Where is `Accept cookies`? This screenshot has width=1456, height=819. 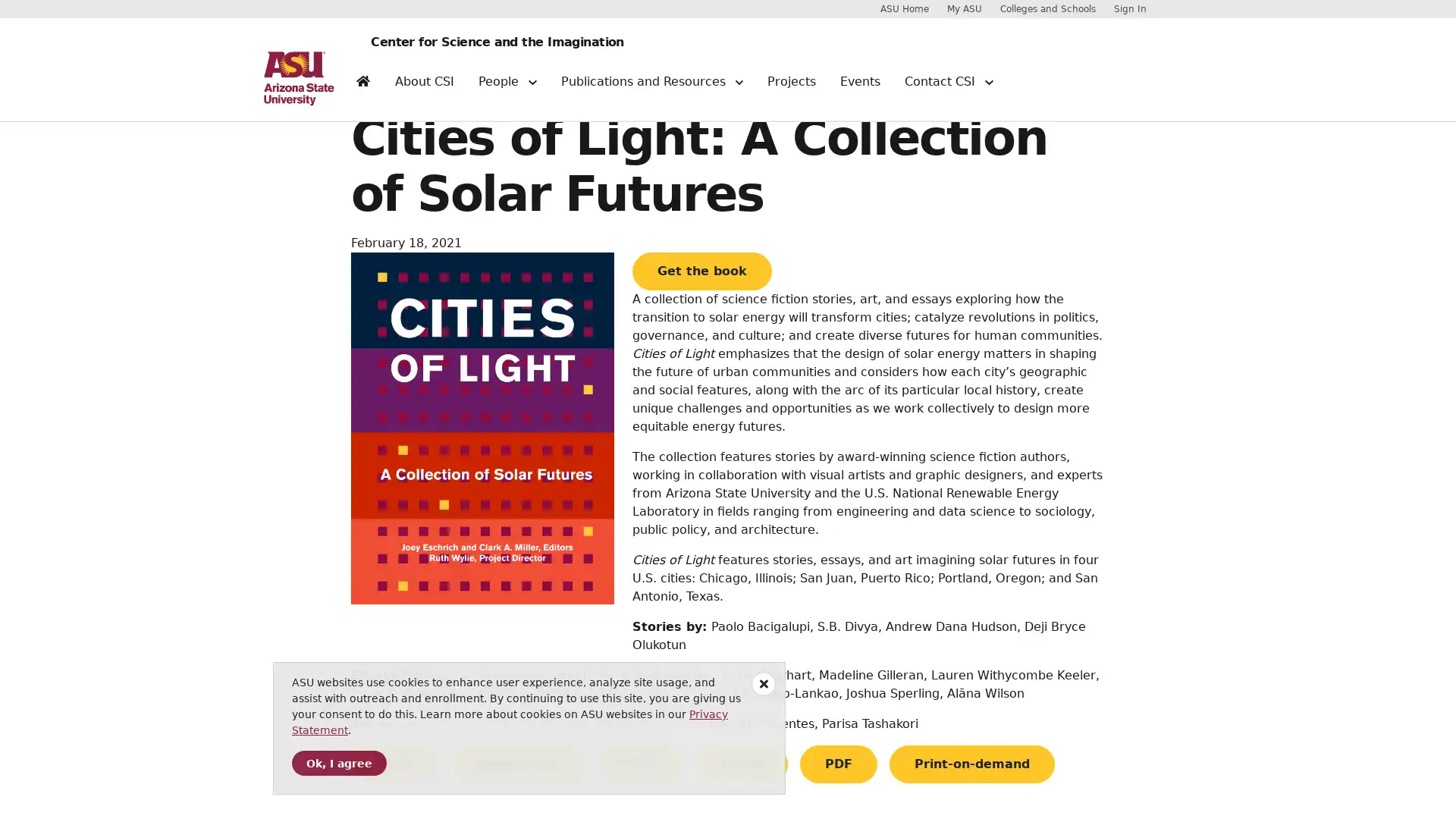
Accept cookies is located at coordinates (338, 763).